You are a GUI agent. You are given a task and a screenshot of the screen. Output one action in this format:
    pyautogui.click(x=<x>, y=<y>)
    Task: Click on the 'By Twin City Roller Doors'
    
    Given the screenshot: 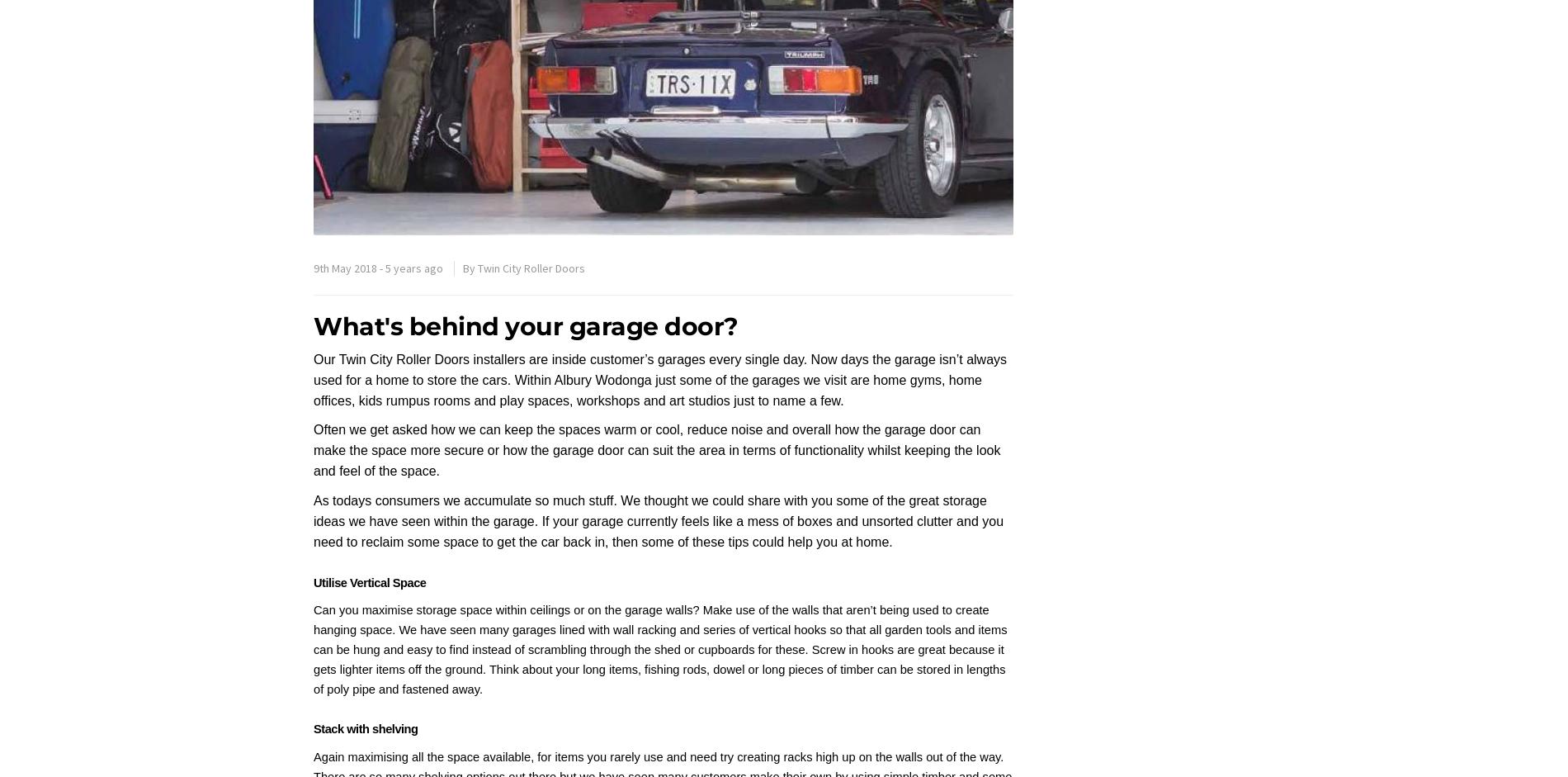 What is the action you would take?
    pyautogui.click(x=463, y=268)
    